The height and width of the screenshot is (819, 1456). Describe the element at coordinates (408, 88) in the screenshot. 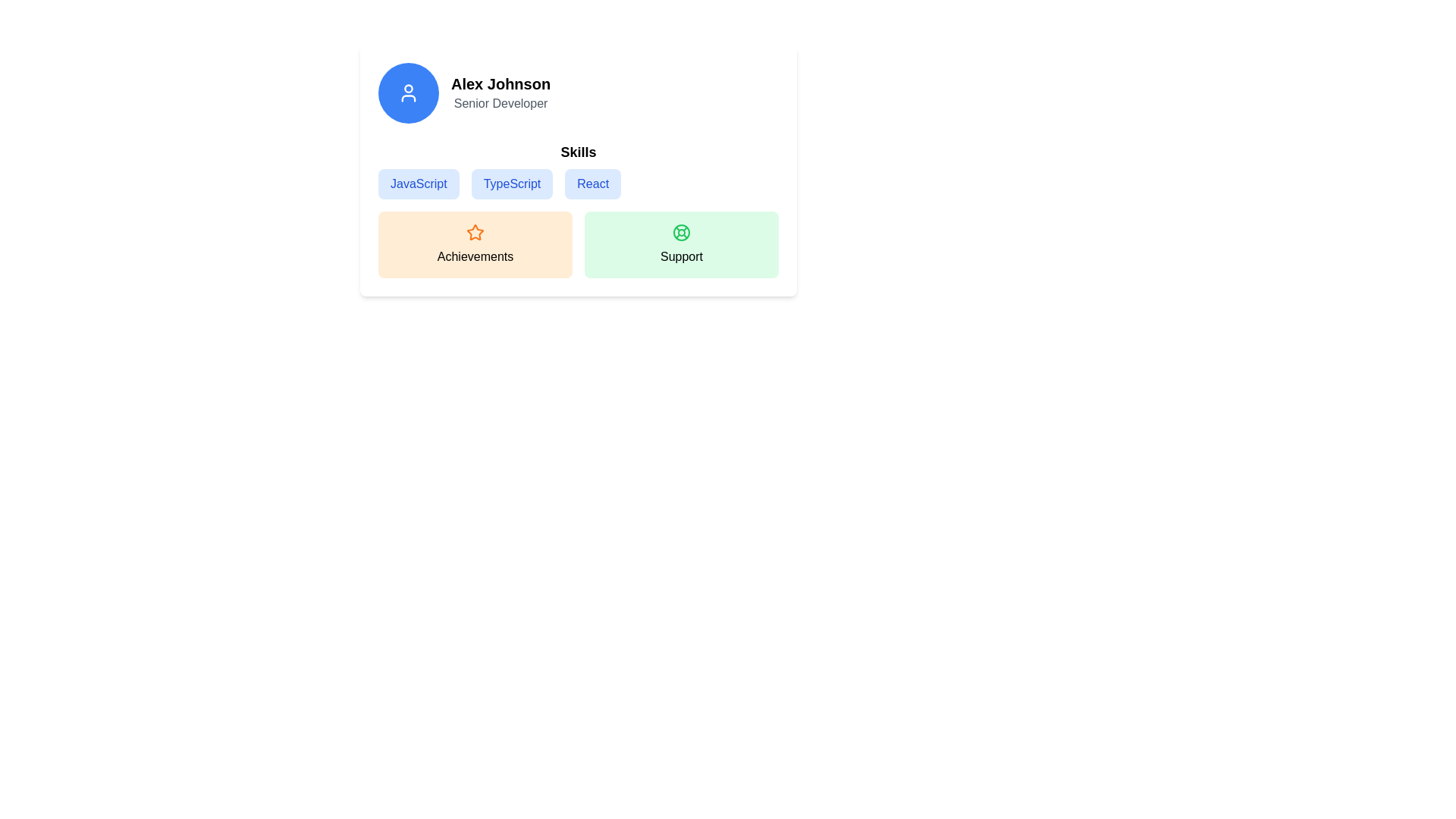

I see `the circular outline element located at the upper part of the 'user' icon, which is on the left side of the card header` at that location.